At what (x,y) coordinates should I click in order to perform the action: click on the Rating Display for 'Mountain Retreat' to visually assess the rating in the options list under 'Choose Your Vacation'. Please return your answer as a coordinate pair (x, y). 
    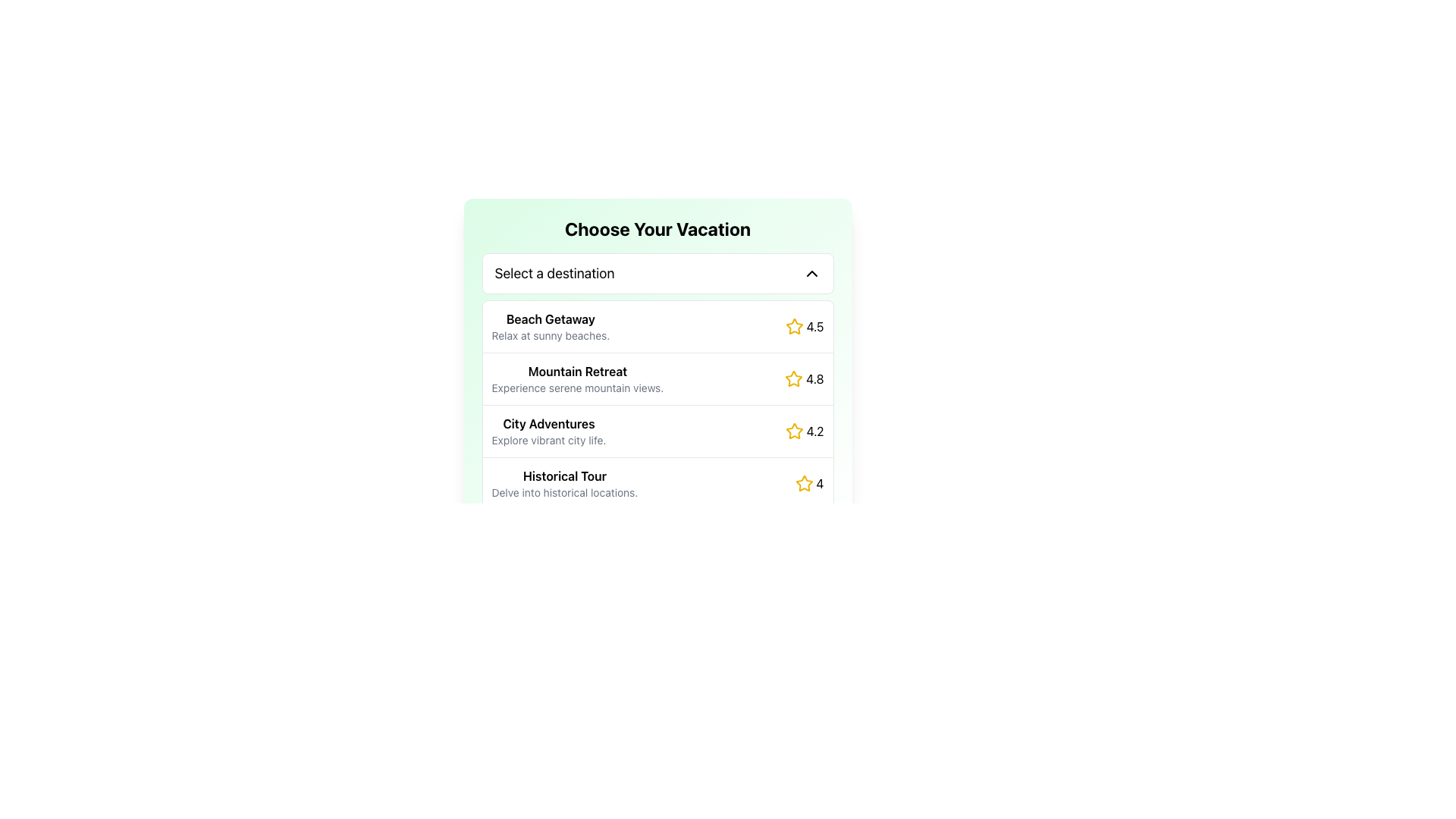
    Looking at the image, I should click on (803, 378).